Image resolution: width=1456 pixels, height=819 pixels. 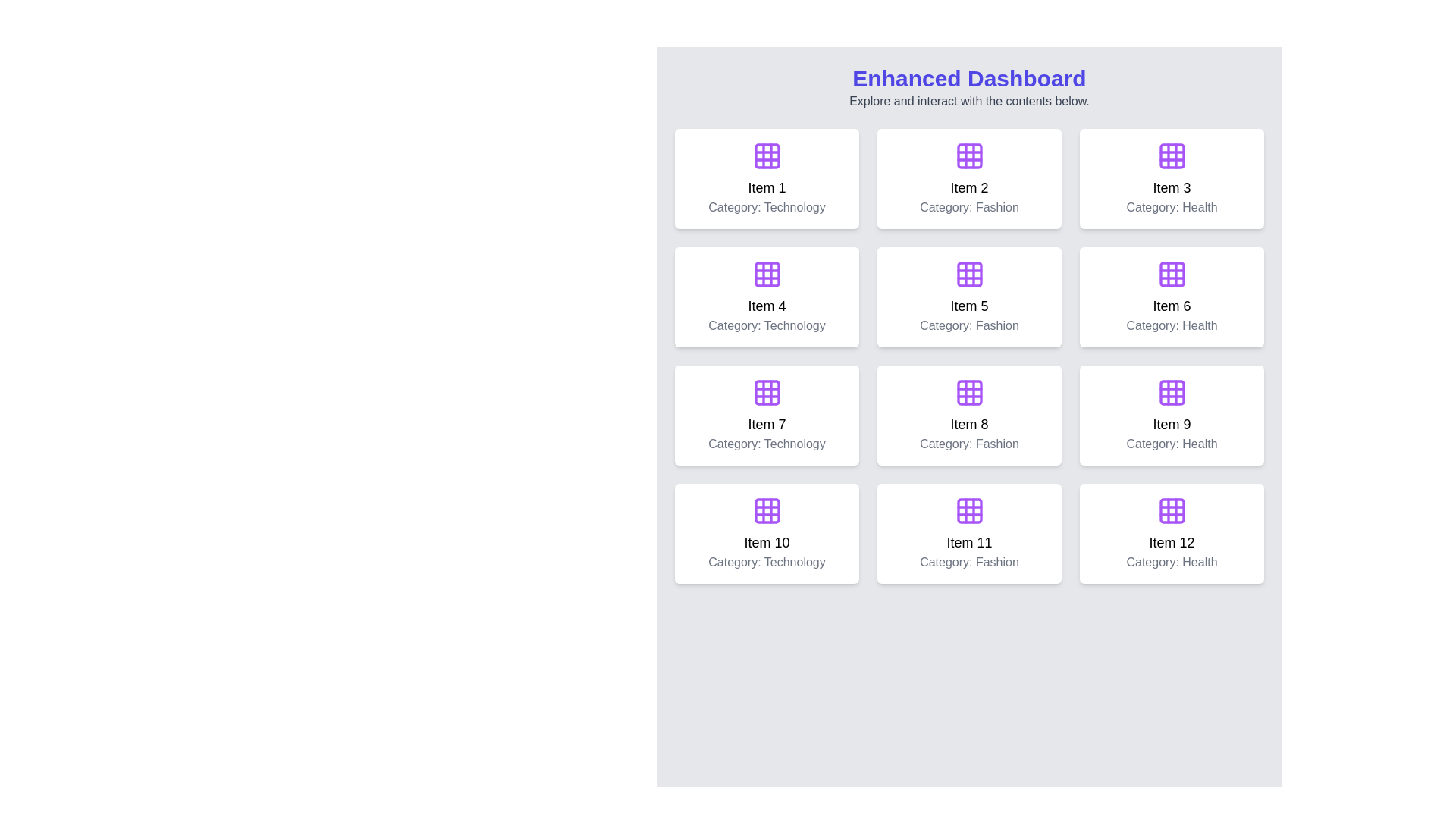 What do you see at coordinates (767, 207) in the screenshot?
I see `the 'Technology' text label located at the bottom of the first item card in the grid layout, directly below the 'Item 1' label and icon` at bounding box center [767, 207].